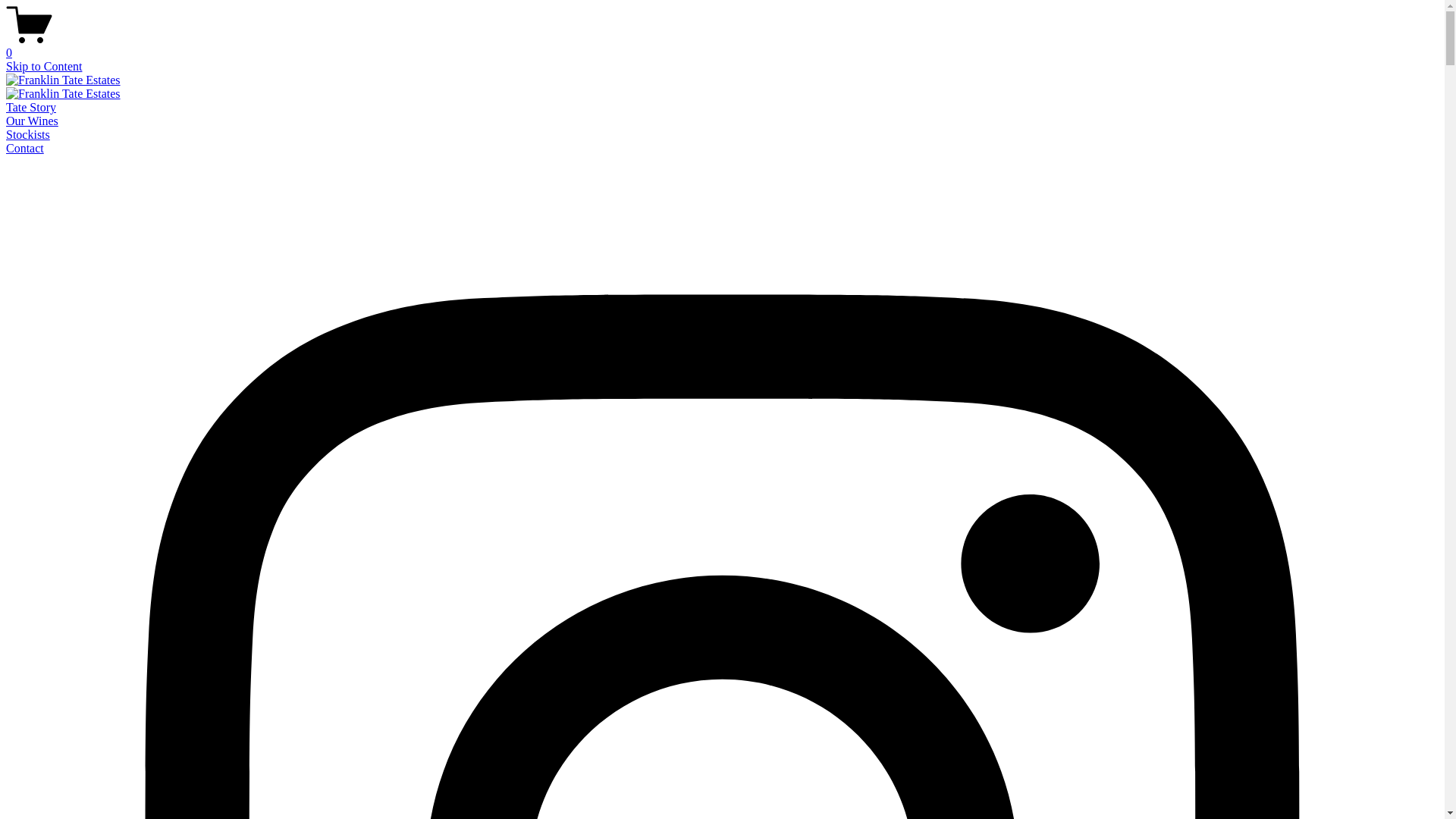 This screenshot has height=819, width=1456. Describe the element at coordinates (43, 65) in the screenshot. I see `'Skip to Content'` at that location.